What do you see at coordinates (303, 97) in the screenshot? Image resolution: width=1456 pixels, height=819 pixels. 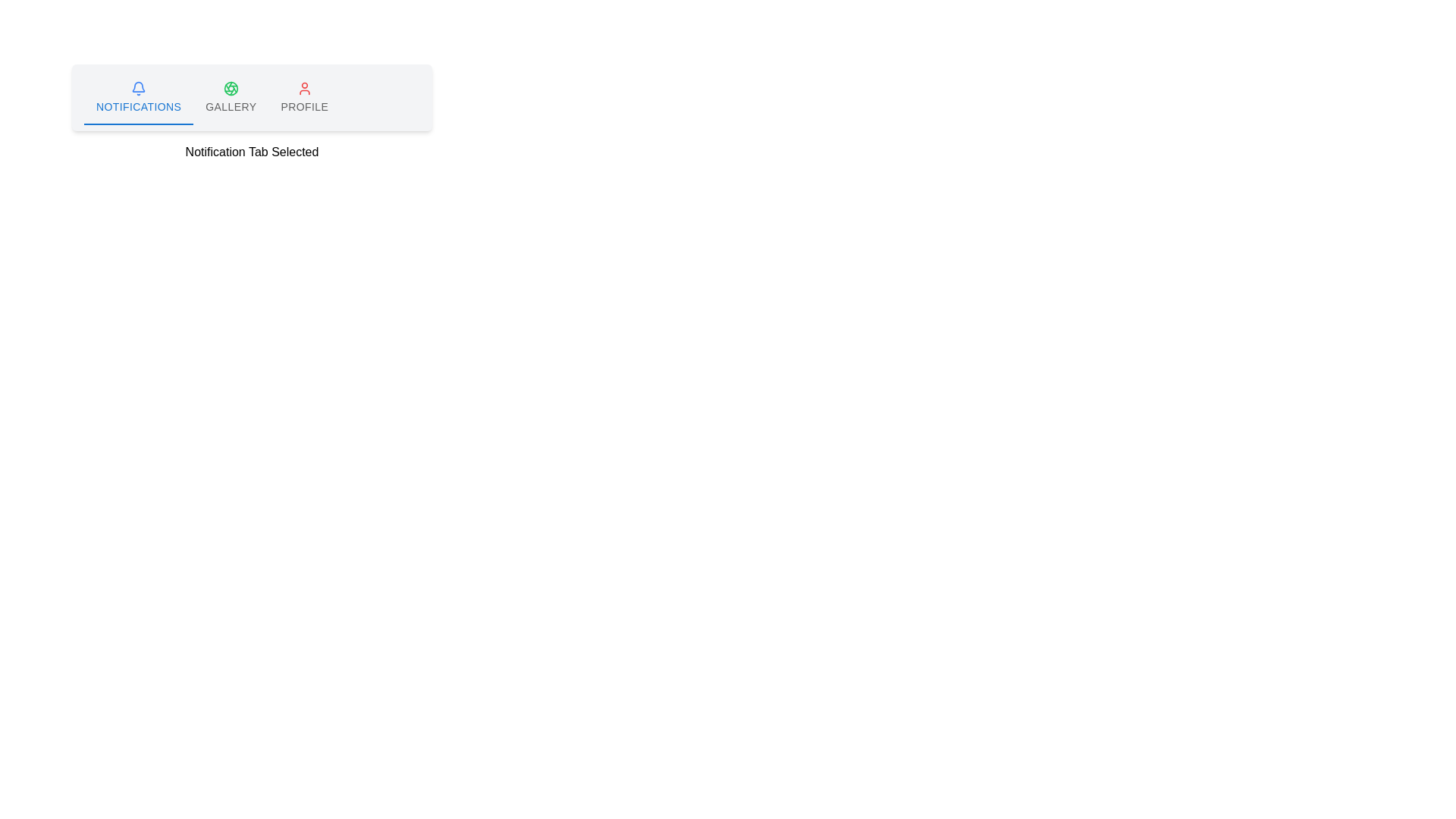 I see `the third tab button in the horizontal tab bar` at bounding box center [303, 97].